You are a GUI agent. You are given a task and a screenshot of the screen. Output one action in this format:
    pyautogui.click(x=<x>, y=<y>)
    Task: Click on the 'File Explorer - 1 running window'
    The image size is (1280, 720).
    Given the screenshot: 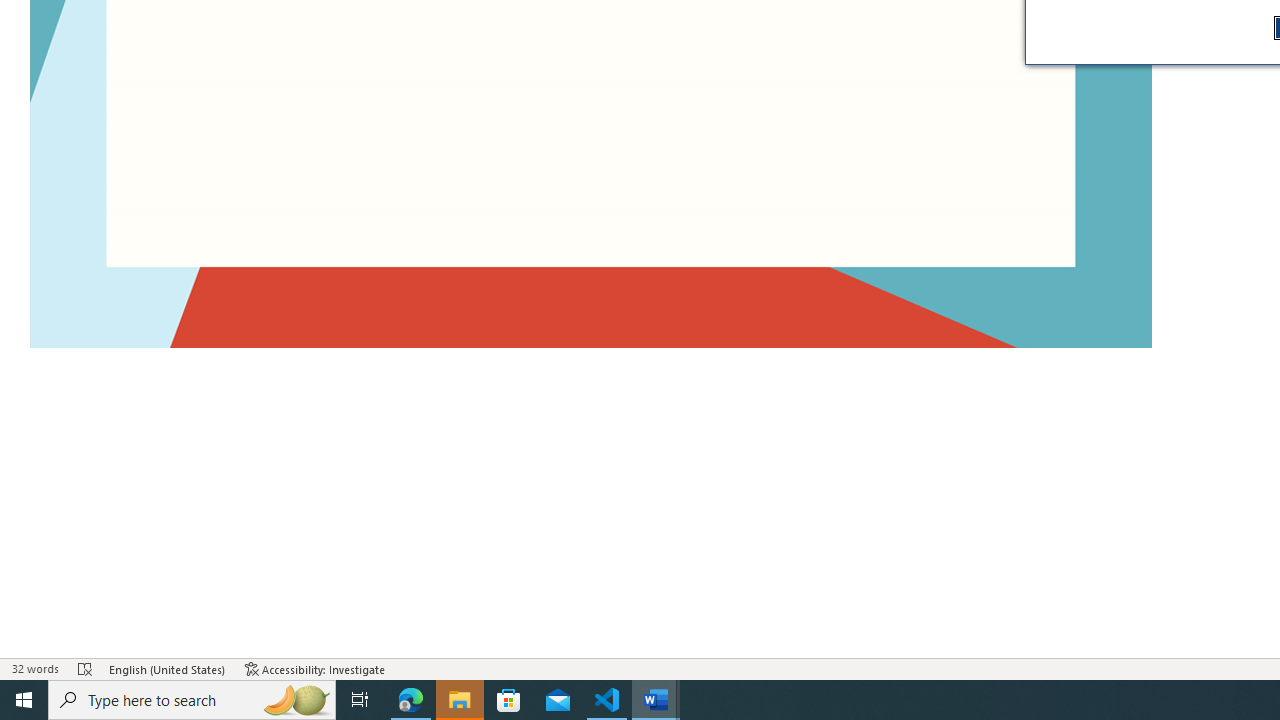 What is the action you would take?
    pyautogui.click(x=459, y=698)
    